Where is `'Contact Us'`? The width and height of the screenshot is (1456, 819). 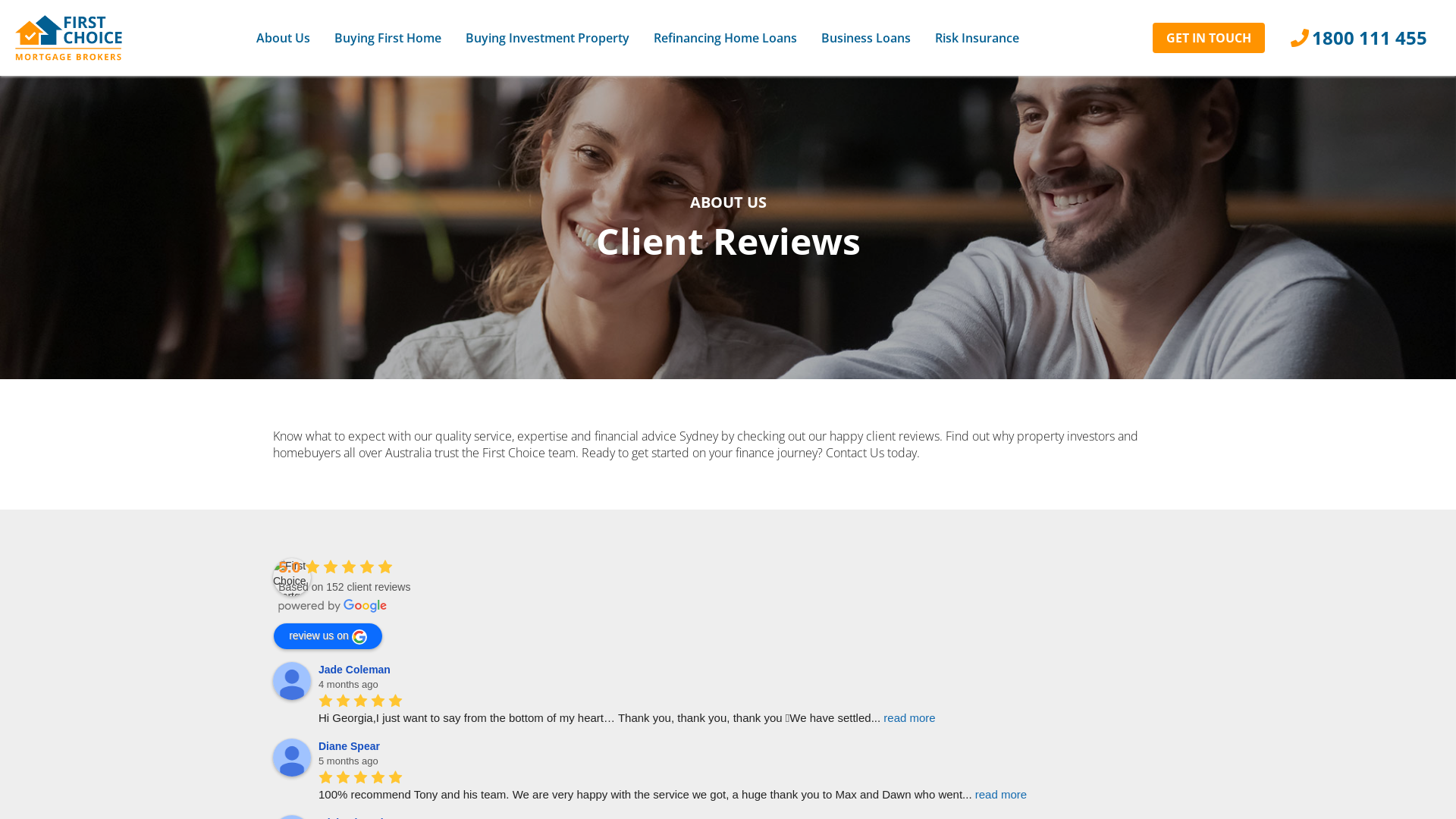 'Contact Us' is located at coordinates (825, 452).